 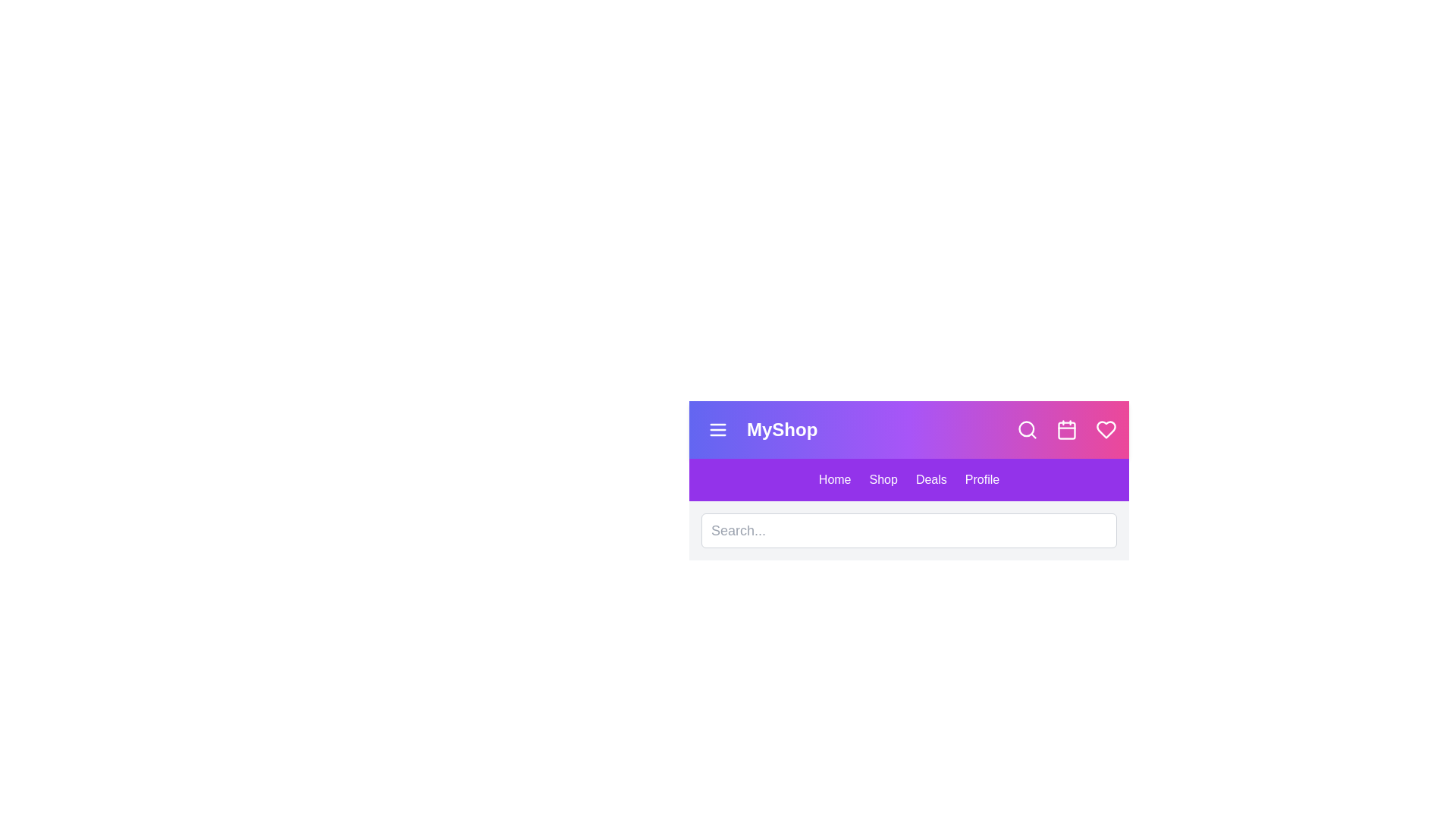 What do you see at coordinates (909, 529) in the screenshot?
I see `the search bar and type the text 'example search'` at bounding box center [909, 529].